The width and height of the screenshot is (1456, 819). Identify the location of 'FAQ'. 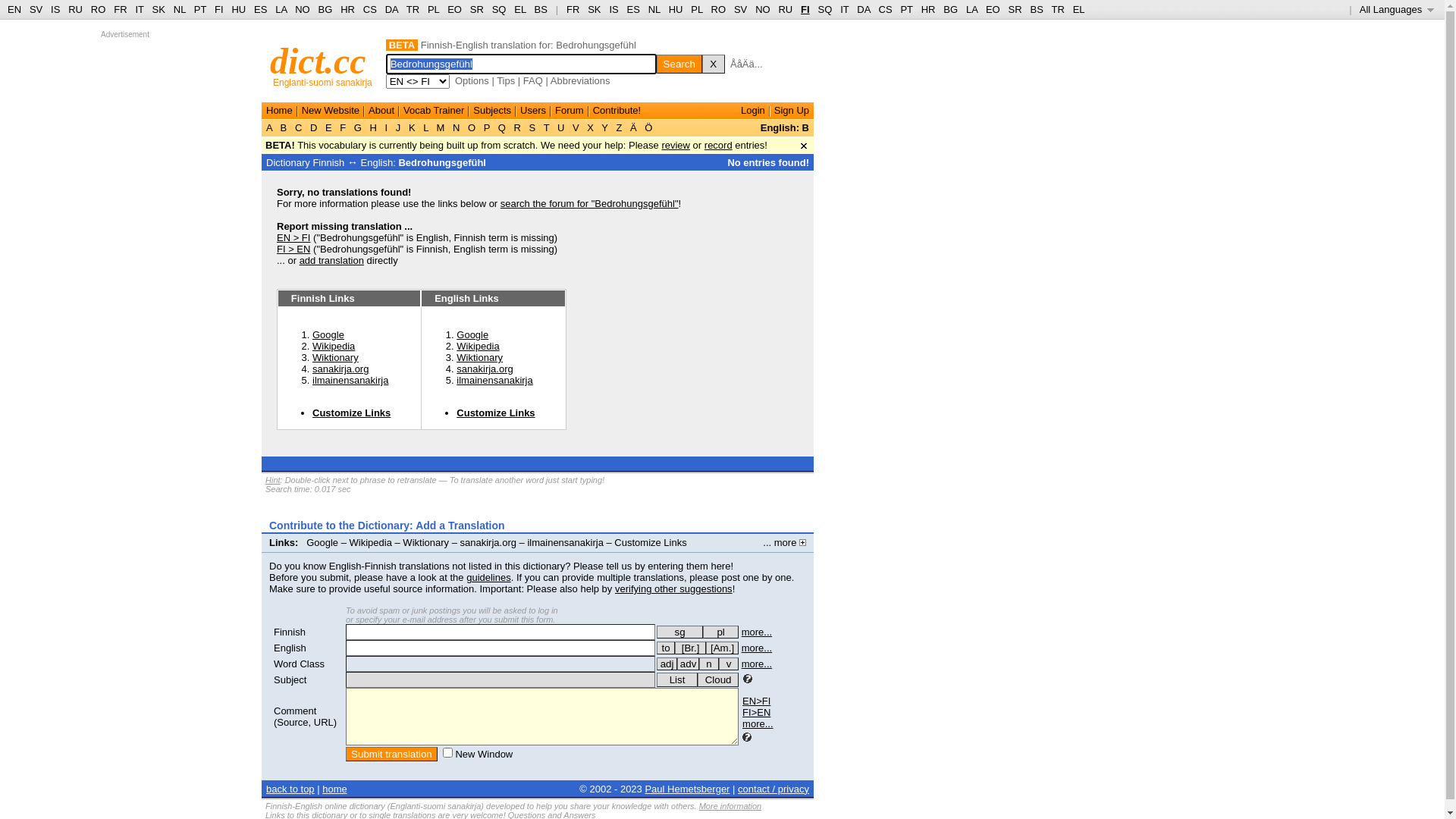
(532, 80).